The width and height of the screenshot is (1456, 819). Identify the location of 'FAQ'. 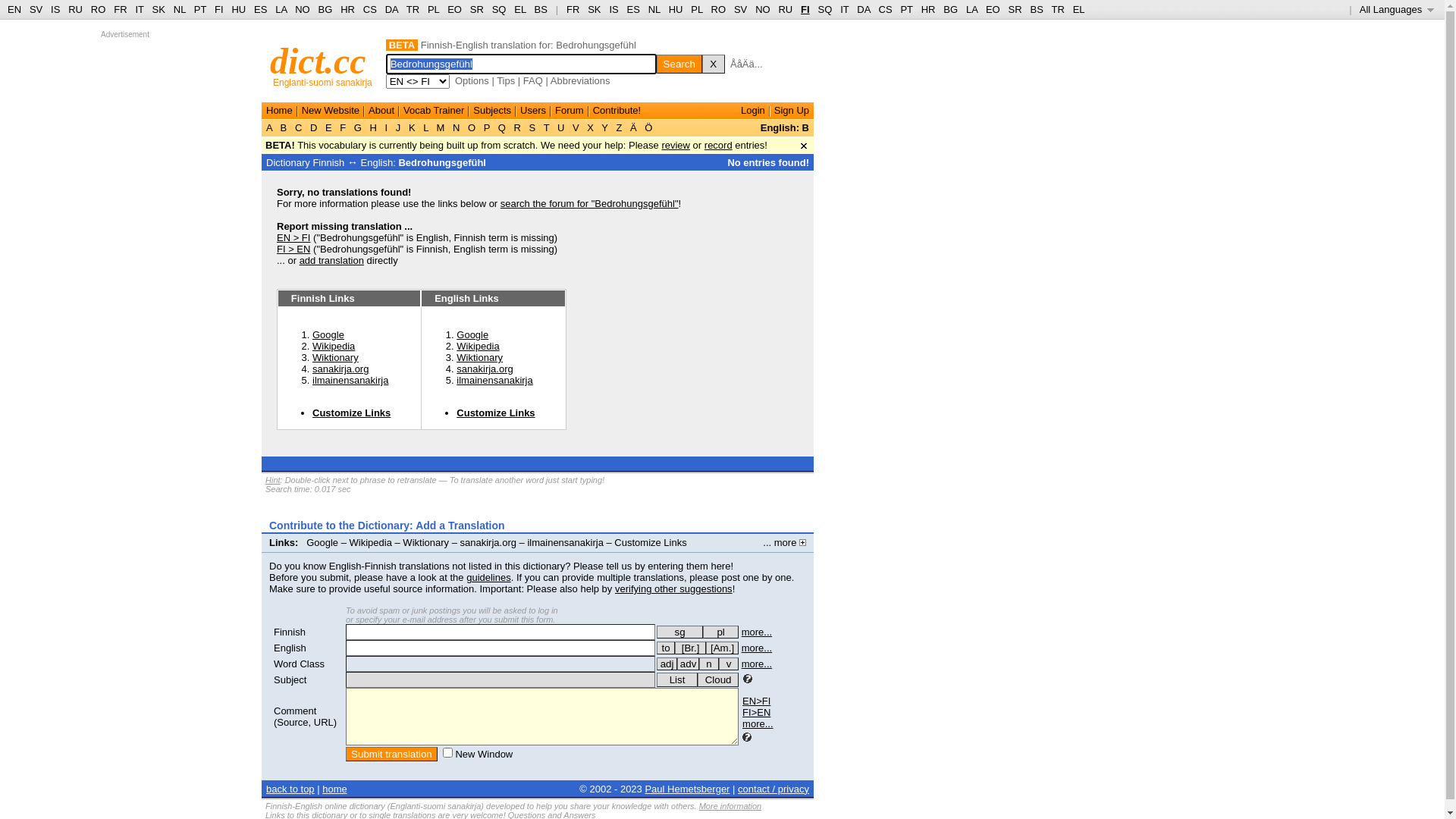
(532, 80).